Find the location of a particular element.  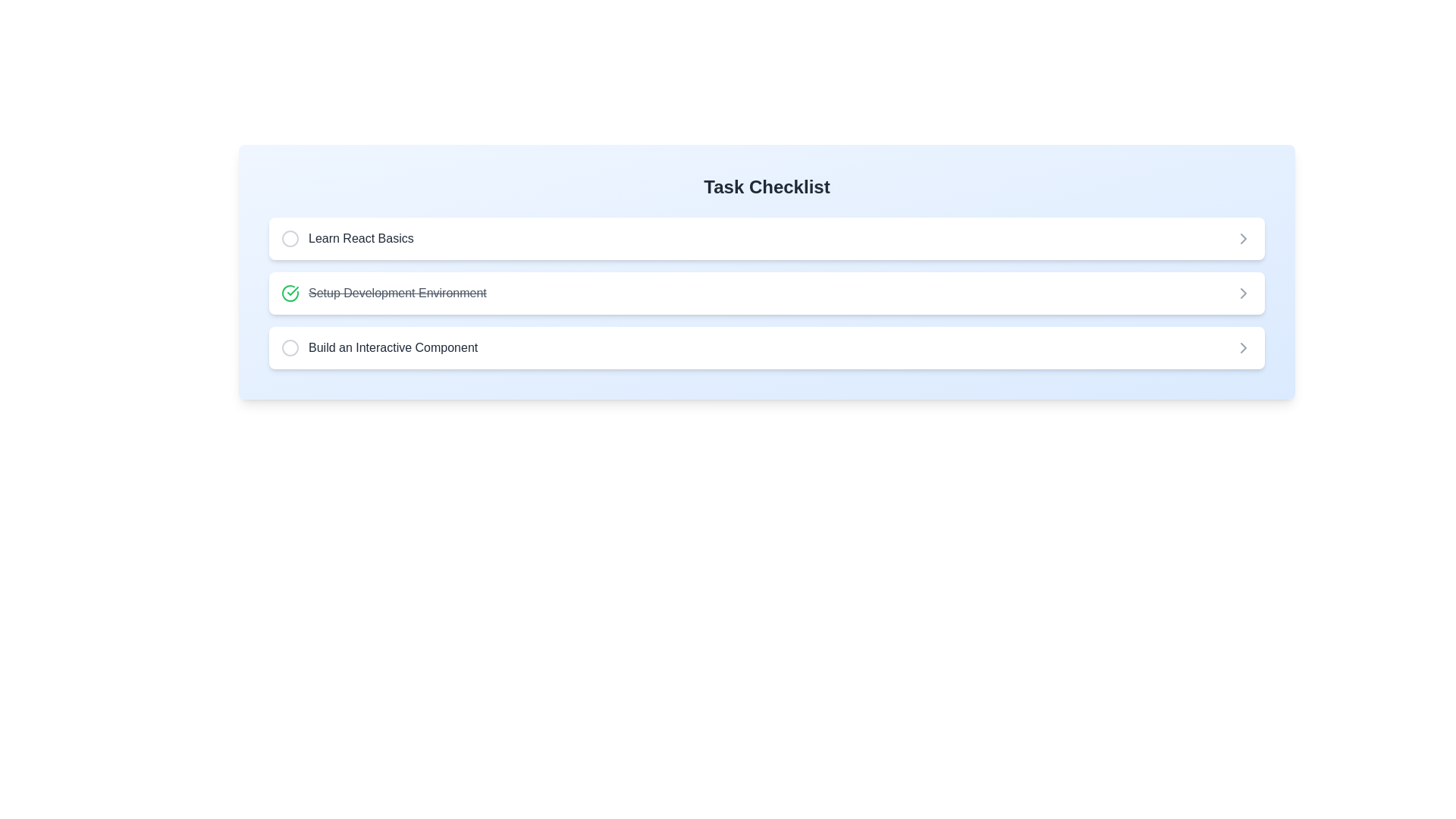

the gray circular outline icon representing the status indicator next to the 'Build an Interactive Component' text is located at coordinates (290, 348).